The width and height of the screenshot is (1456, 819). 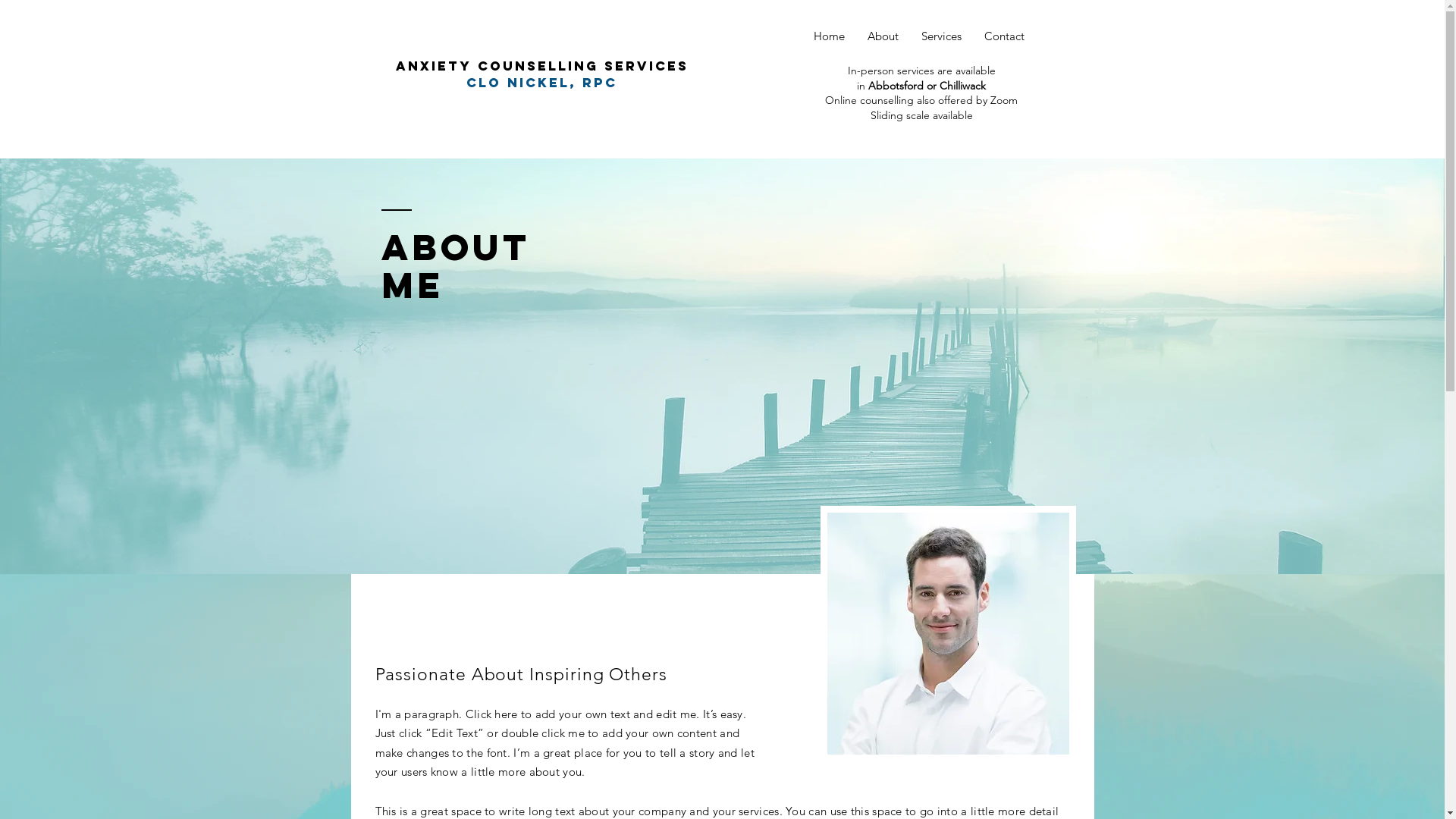 I want to click on 'Contact', so click(x=1003, y=35).